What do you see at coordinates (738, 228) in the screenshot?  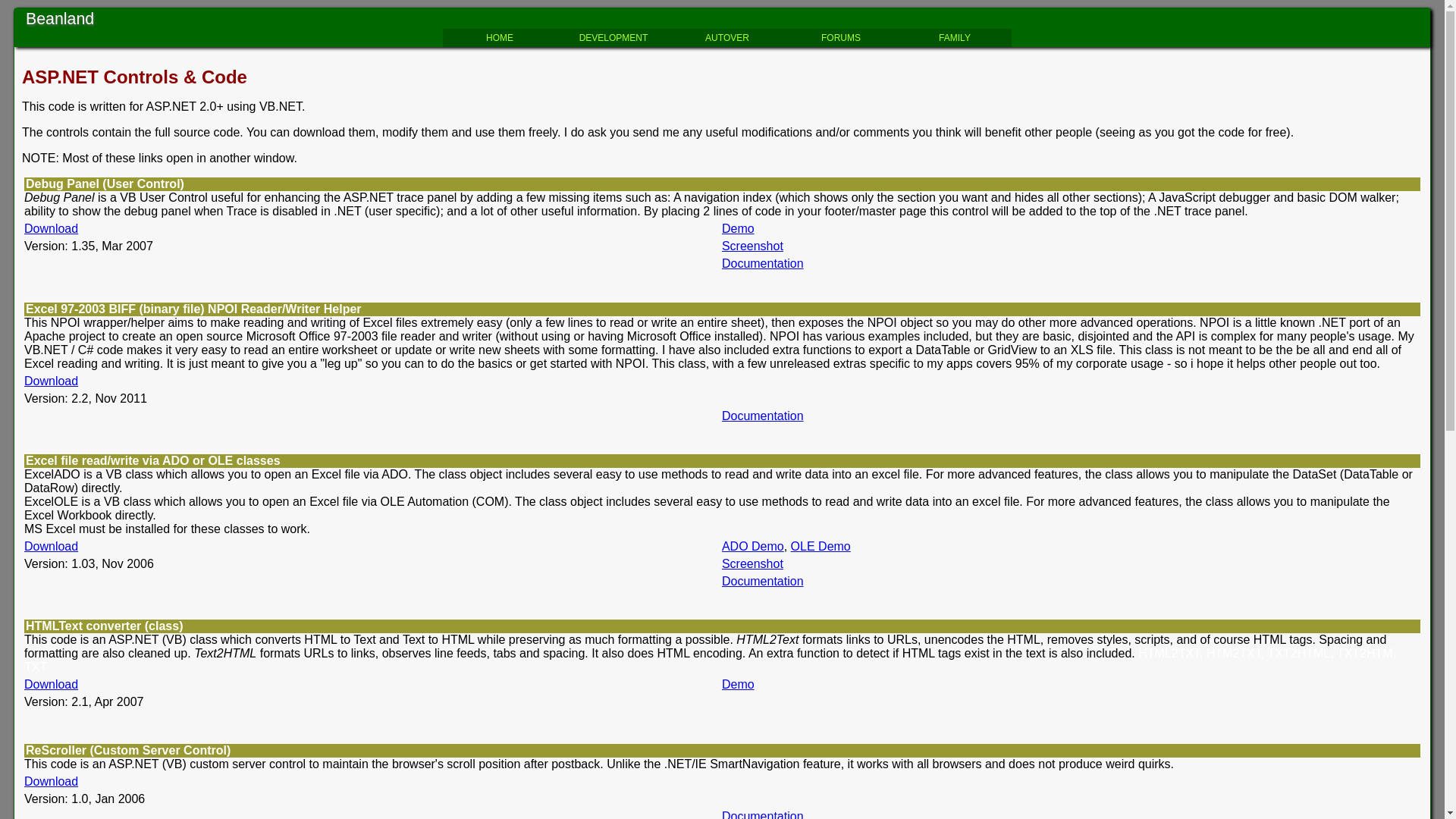 I see `'Demo'` at bounding box center [738, 228].